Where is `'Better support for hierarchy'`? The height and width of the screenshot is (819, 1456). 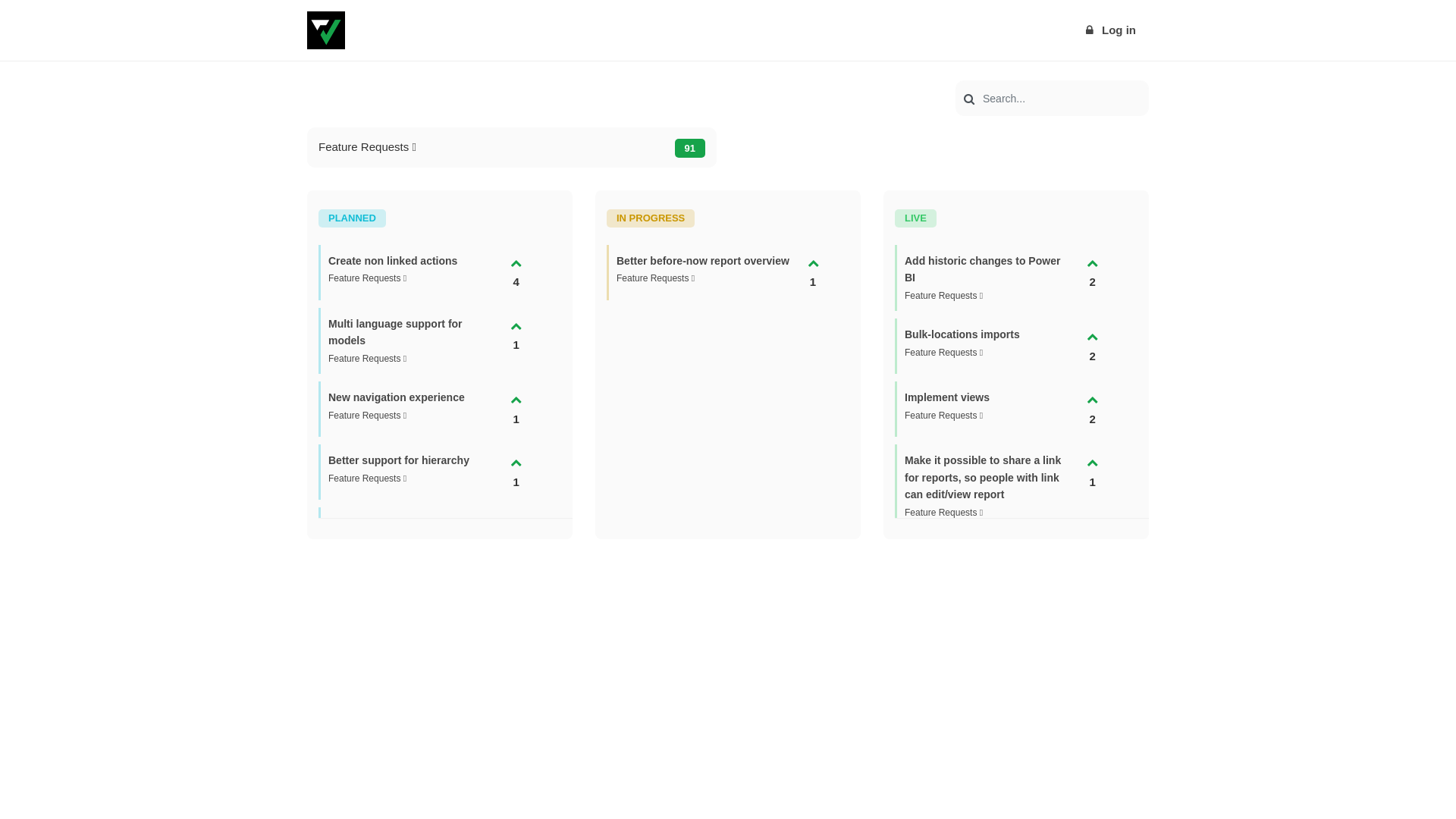 'Better support for hierarchy' is located at coordinates (399, 459).